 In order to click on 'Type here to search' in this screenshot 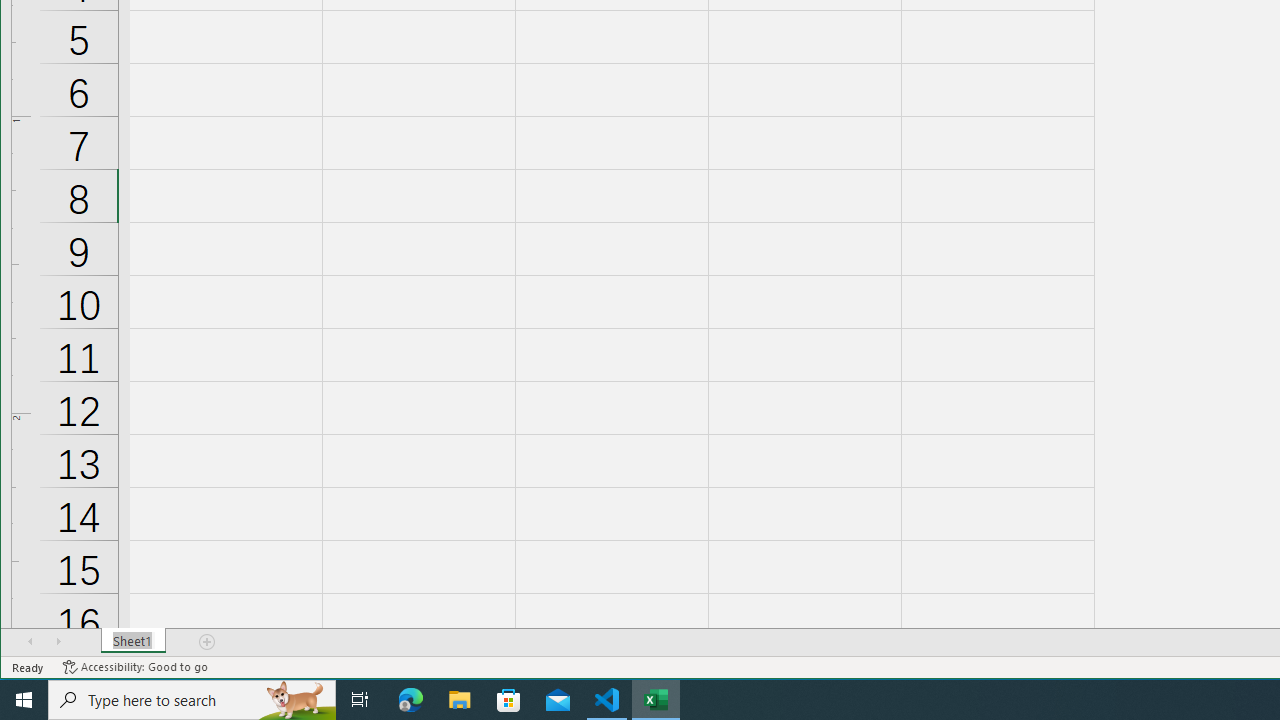, I will do `click(192, 698)`.